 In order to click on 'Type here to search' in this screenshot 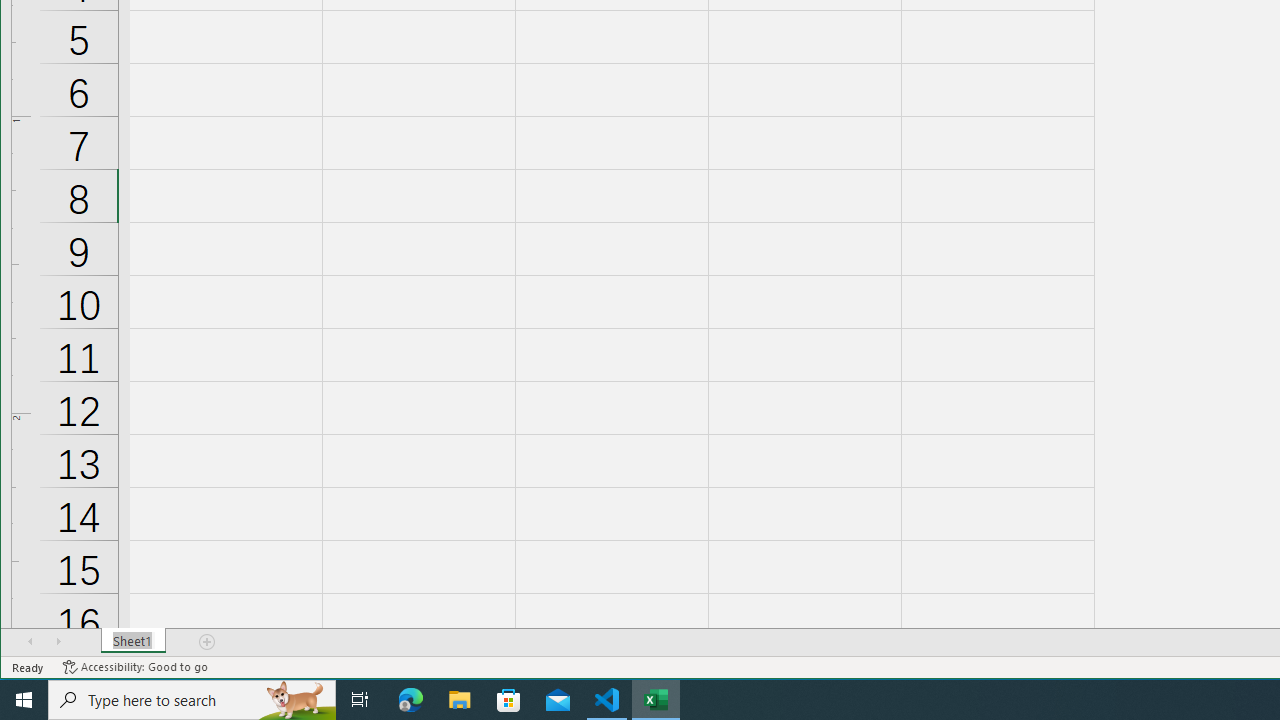, I will do `click(192, 698)`.